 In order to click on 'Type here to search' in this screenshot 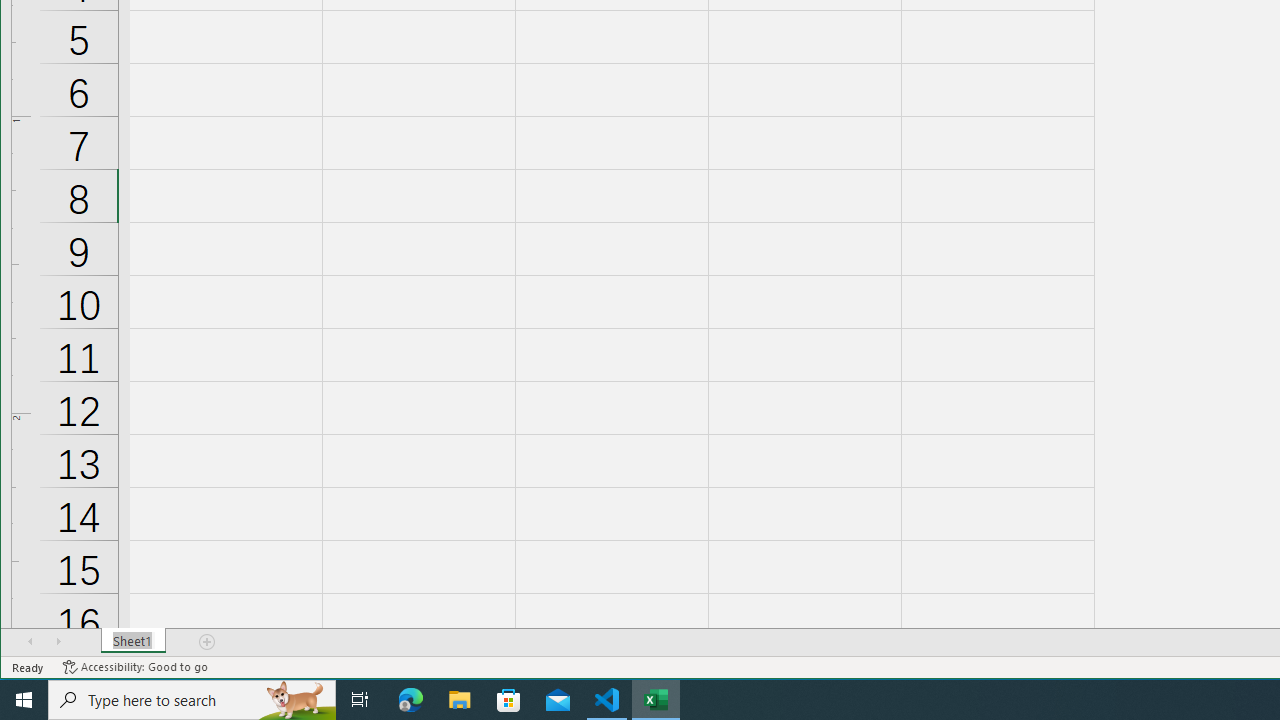, I will do `click(192, 698)`.